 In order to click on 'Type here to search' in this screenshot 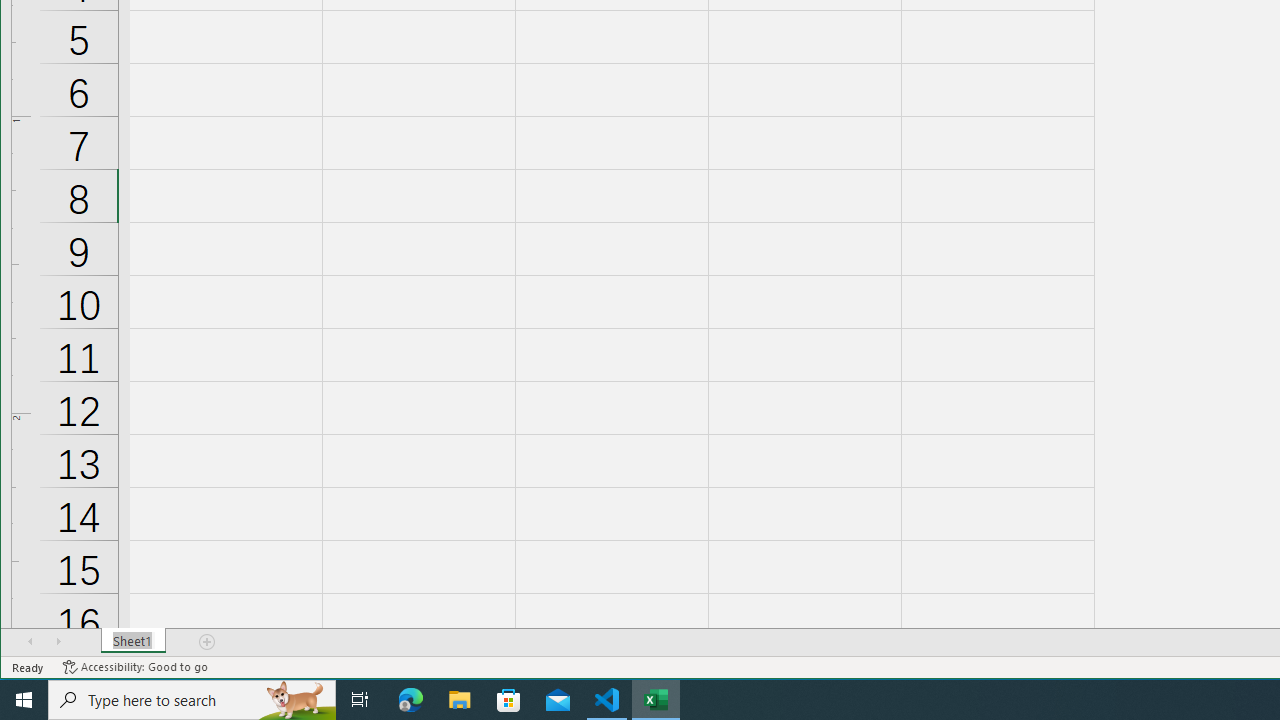, I will do `click(192, 698)`.